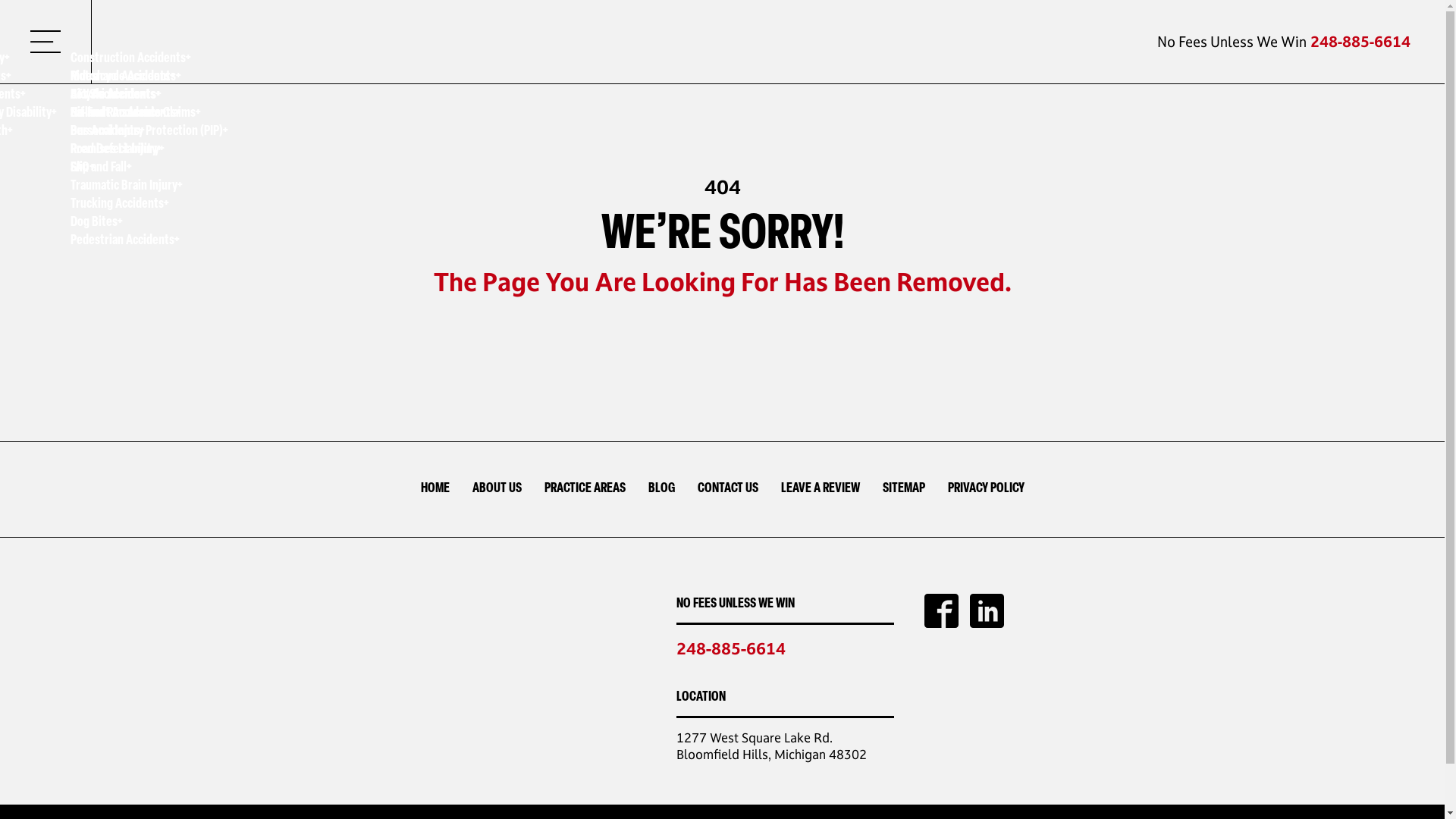 The width and height of the screenshot is (1456, 819). I want to click on 'Dog Bites, so click(149, 223).